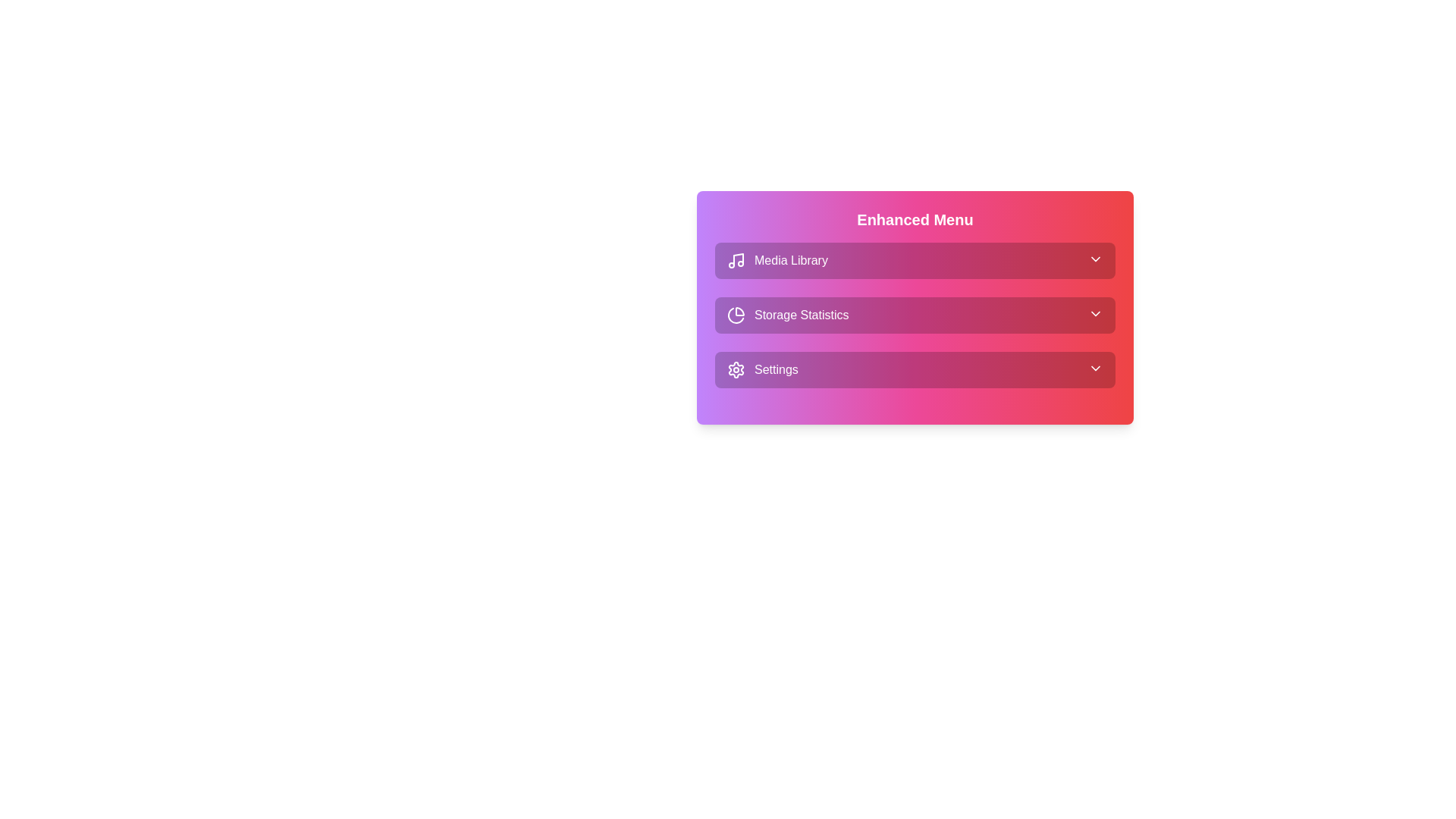 The image size is (1456, 819). I want to click on the second interactive button in the 'Enhanced Menu' section, located below 'Media Library' and above 'Settings', so click(914, 315).